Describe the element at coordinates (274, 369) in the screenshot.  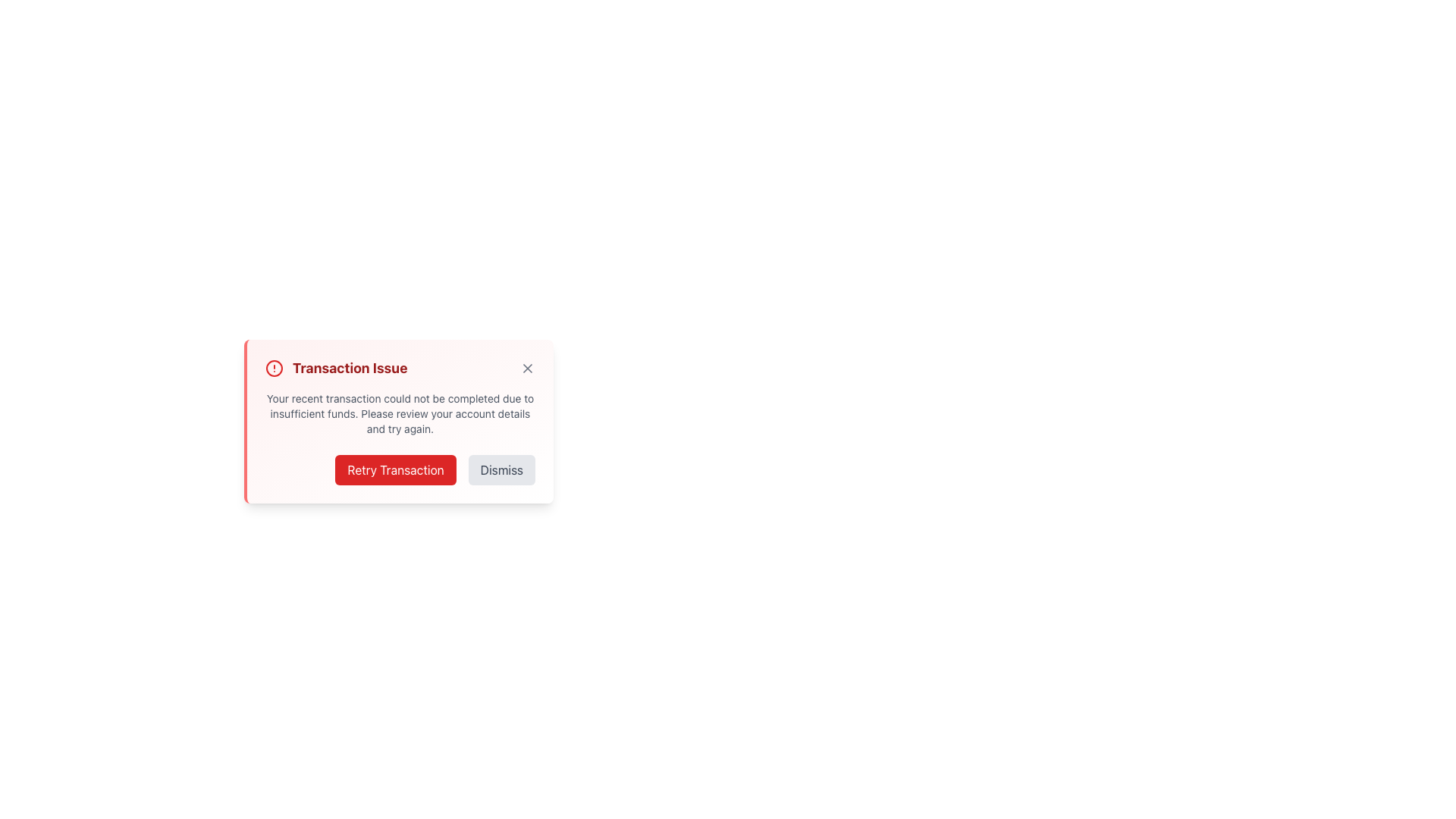
I see `the circular SVG shape with a red stroke, which serves as a warning icon located to the left of the 'Transaction Issue' heading in the modal dialog box` at that location.